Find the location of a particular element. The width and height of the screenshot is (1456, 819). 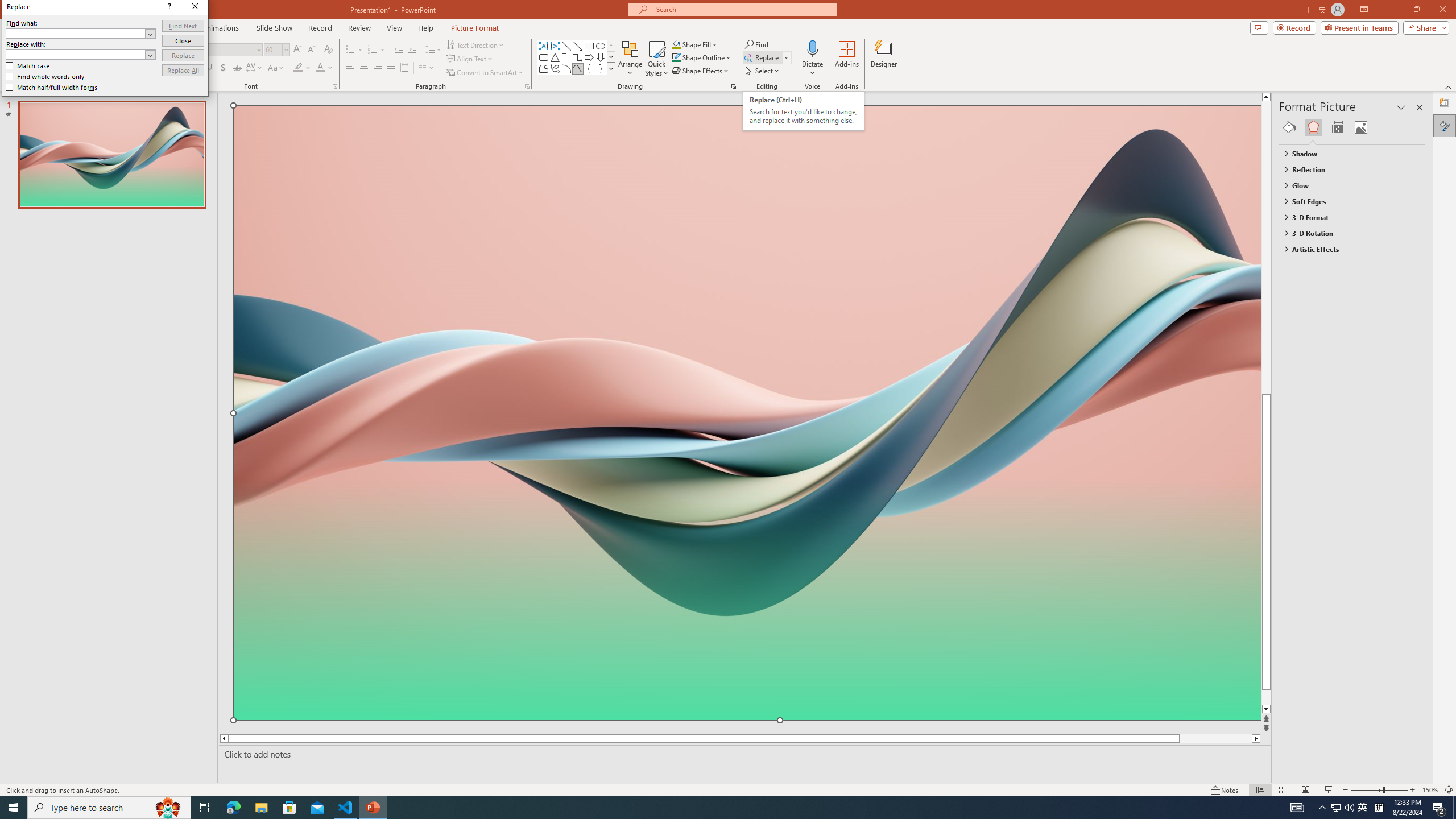

'Q2790: 100%' is located at coordinates (1349, 806).